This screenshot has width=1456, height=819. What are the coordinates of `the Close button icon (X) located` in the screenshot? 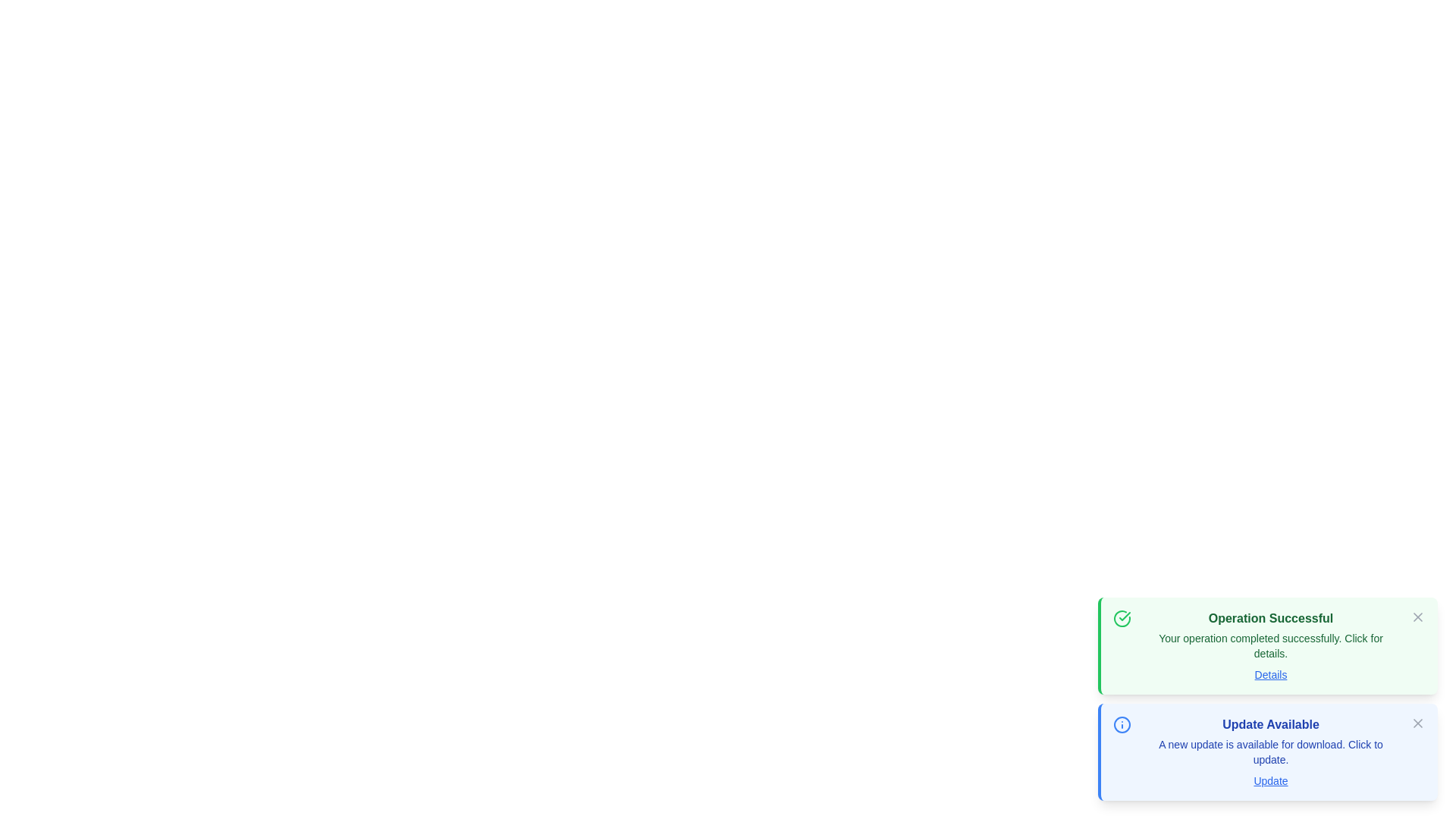 It's located at (1417, 722).